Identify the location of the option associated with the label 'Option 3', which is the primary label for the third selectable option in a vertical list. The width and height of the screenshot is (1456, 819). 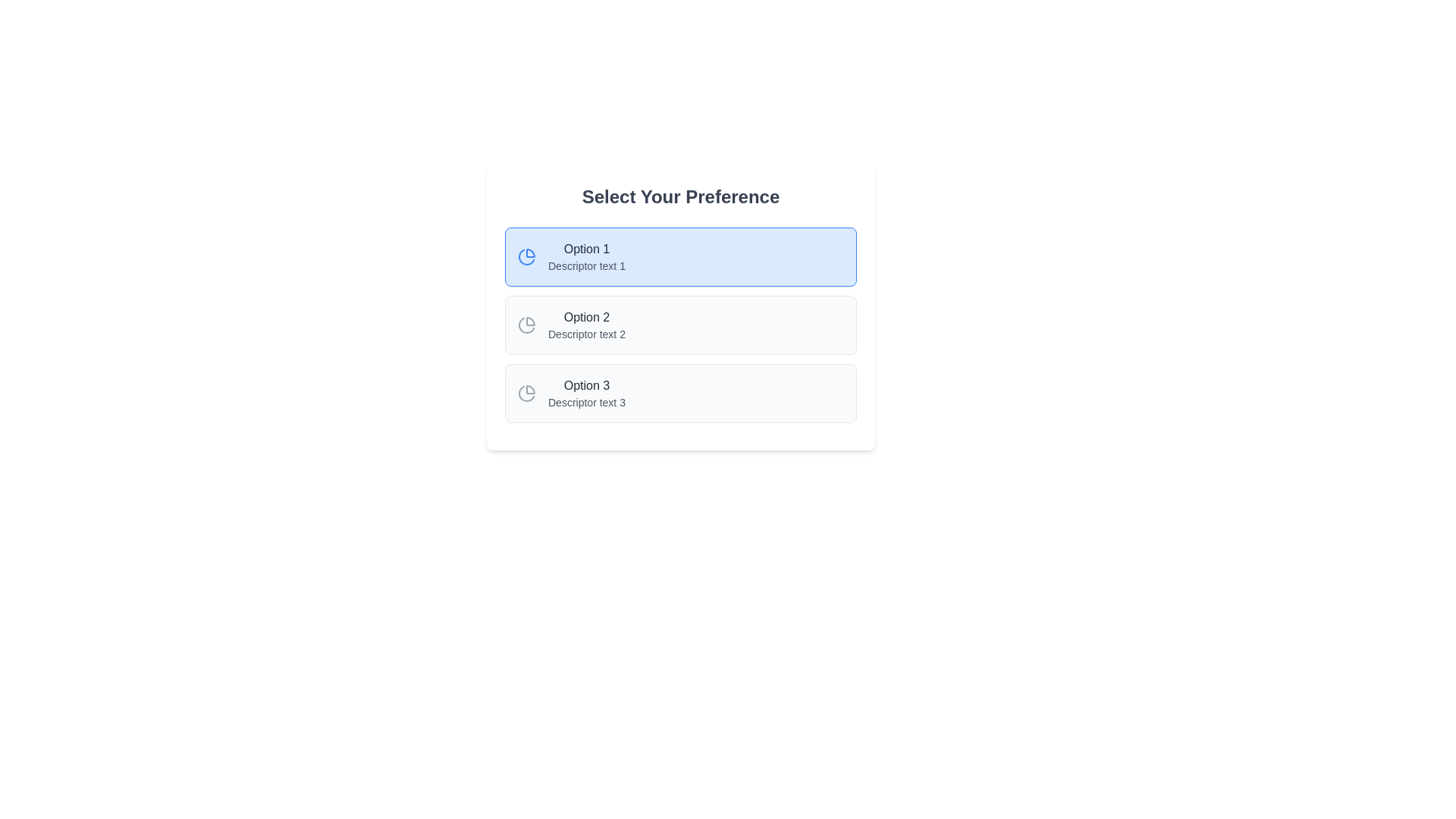
(585, 385).